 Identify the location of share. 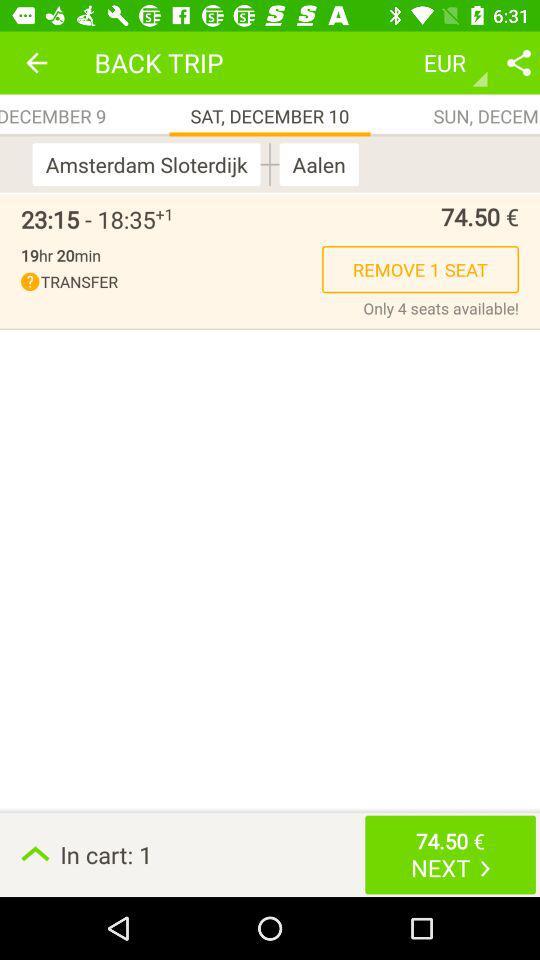
(518, 62).